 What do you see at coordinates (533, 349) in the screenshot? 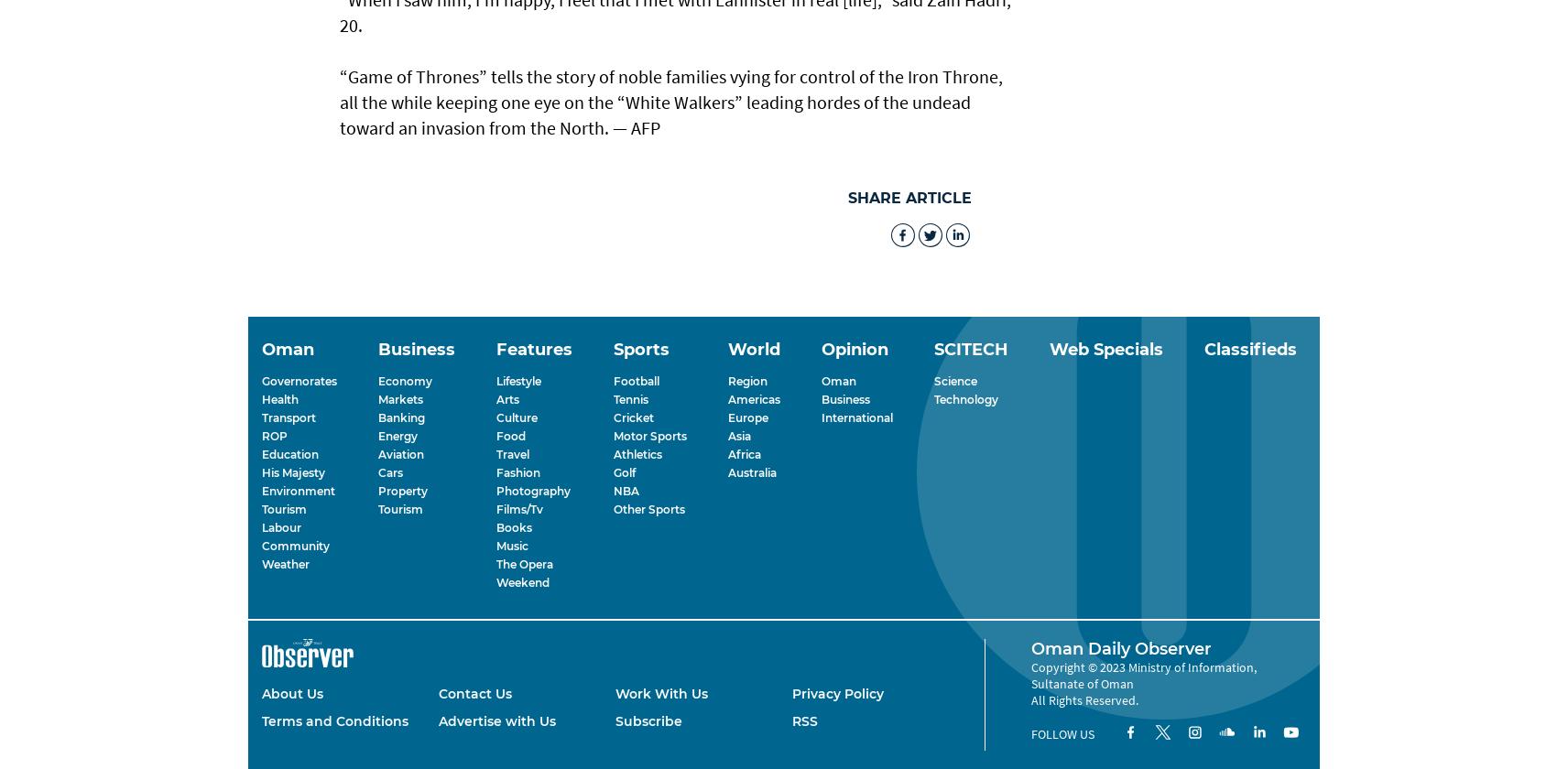
I see `'Features'` at bounding box center [533, 349].